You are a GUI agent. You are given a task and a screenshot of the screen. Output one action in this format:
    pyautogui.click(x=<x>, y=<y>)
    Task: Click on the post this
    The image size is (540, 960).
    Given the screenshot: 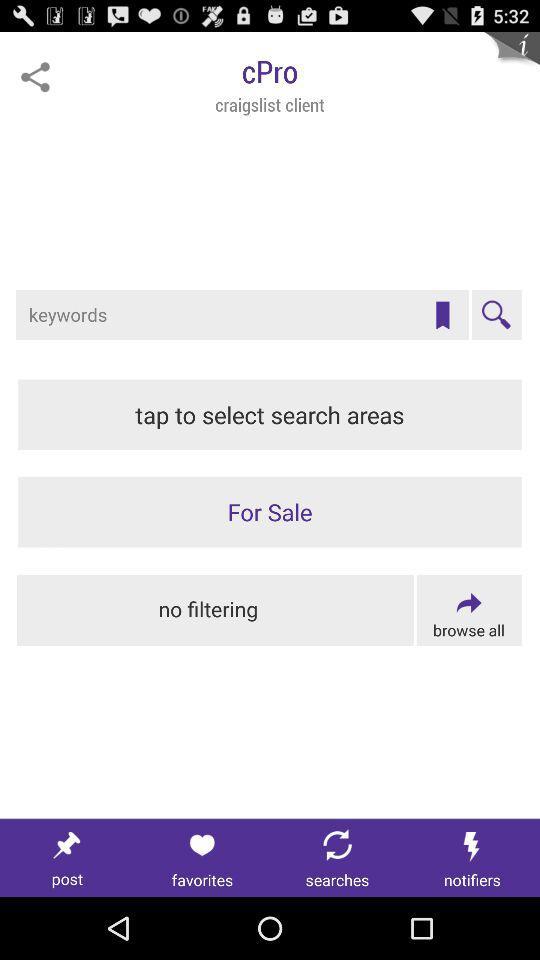 What is the action you would take?
    pyautogui.click(x=67, y=857)
    